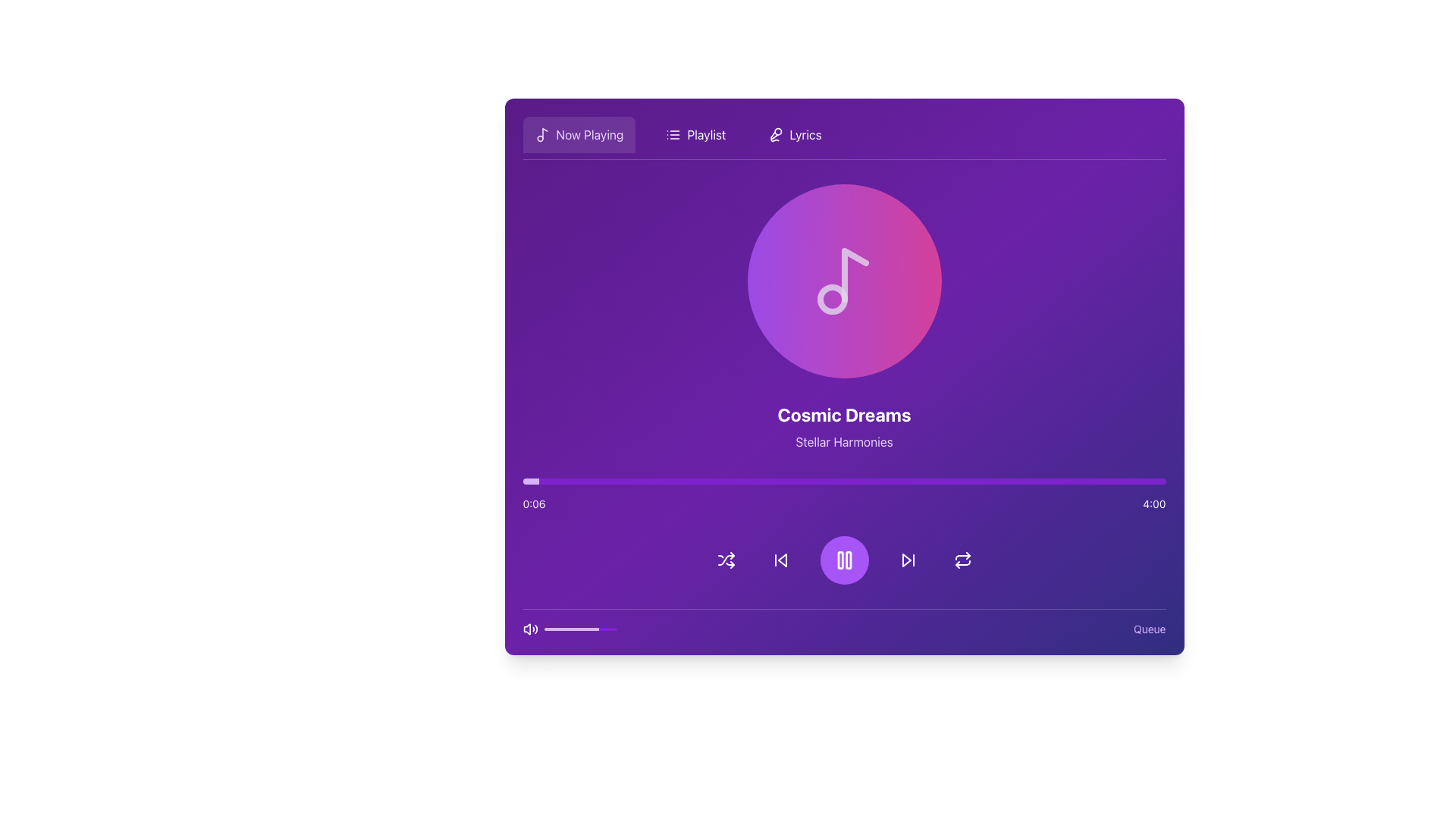 The width and height of the screenshot is (1456, 819). I want to click on the fourth button from the left in the horizontal control bar at the bottom center of the interface to skip tracks, so click(908, 560).